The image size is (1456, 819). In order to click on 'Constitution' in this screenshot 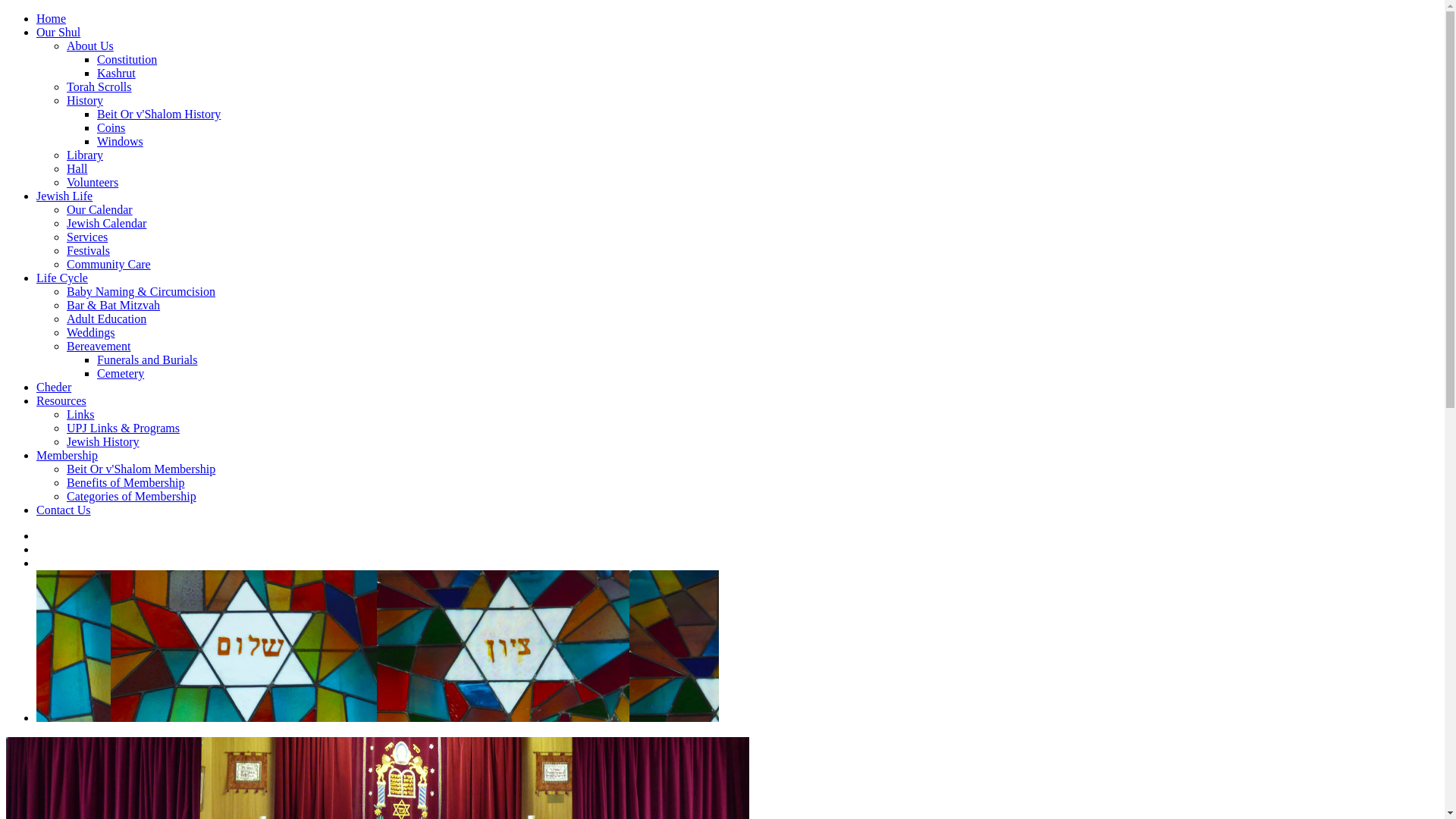, I will do `click(127, 58)`.